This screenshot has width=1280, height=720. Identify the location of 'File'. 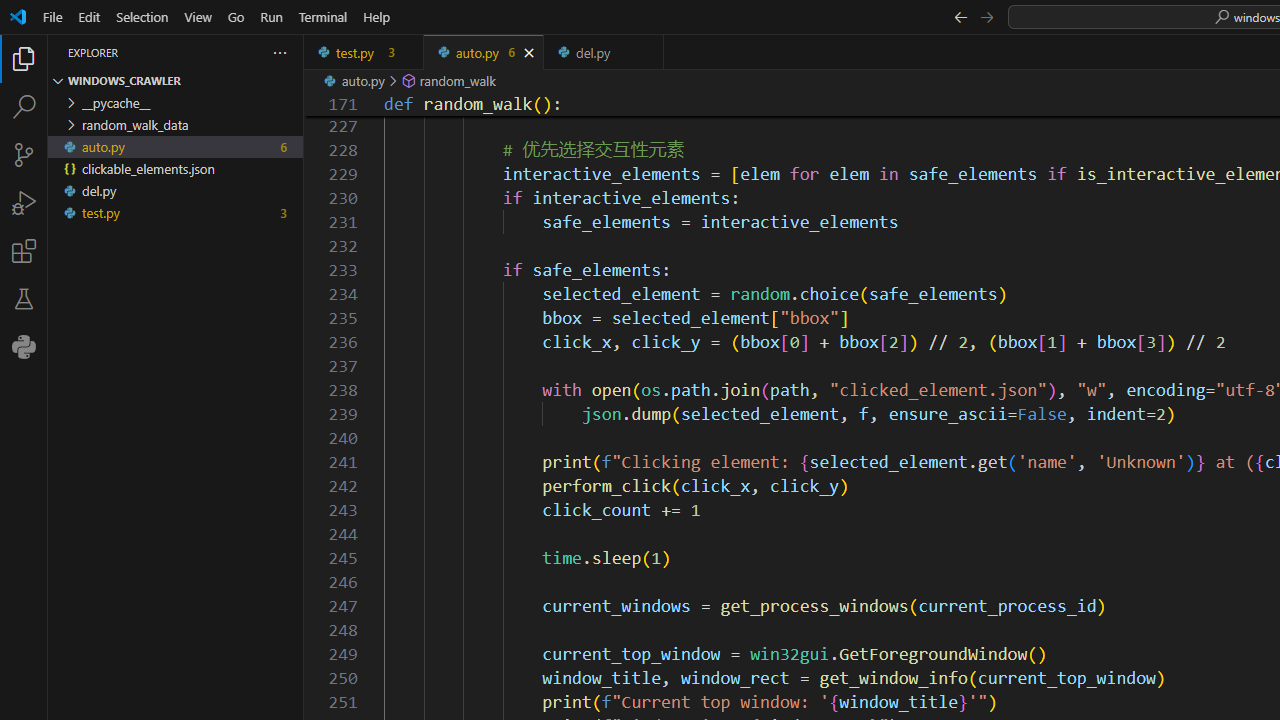
(52, 16).